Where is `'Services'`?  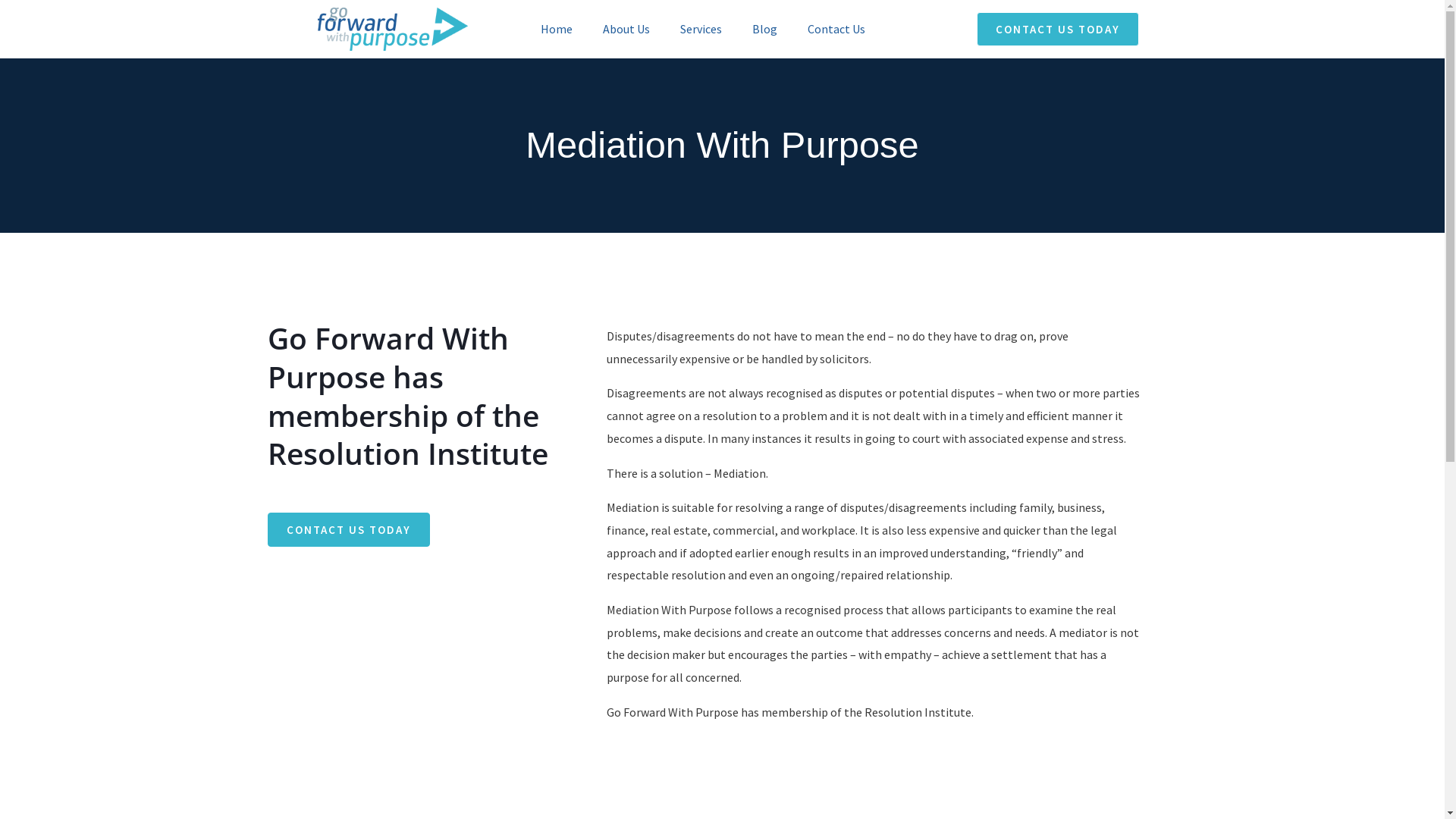 'Services' is located at coordinates (700, 29).